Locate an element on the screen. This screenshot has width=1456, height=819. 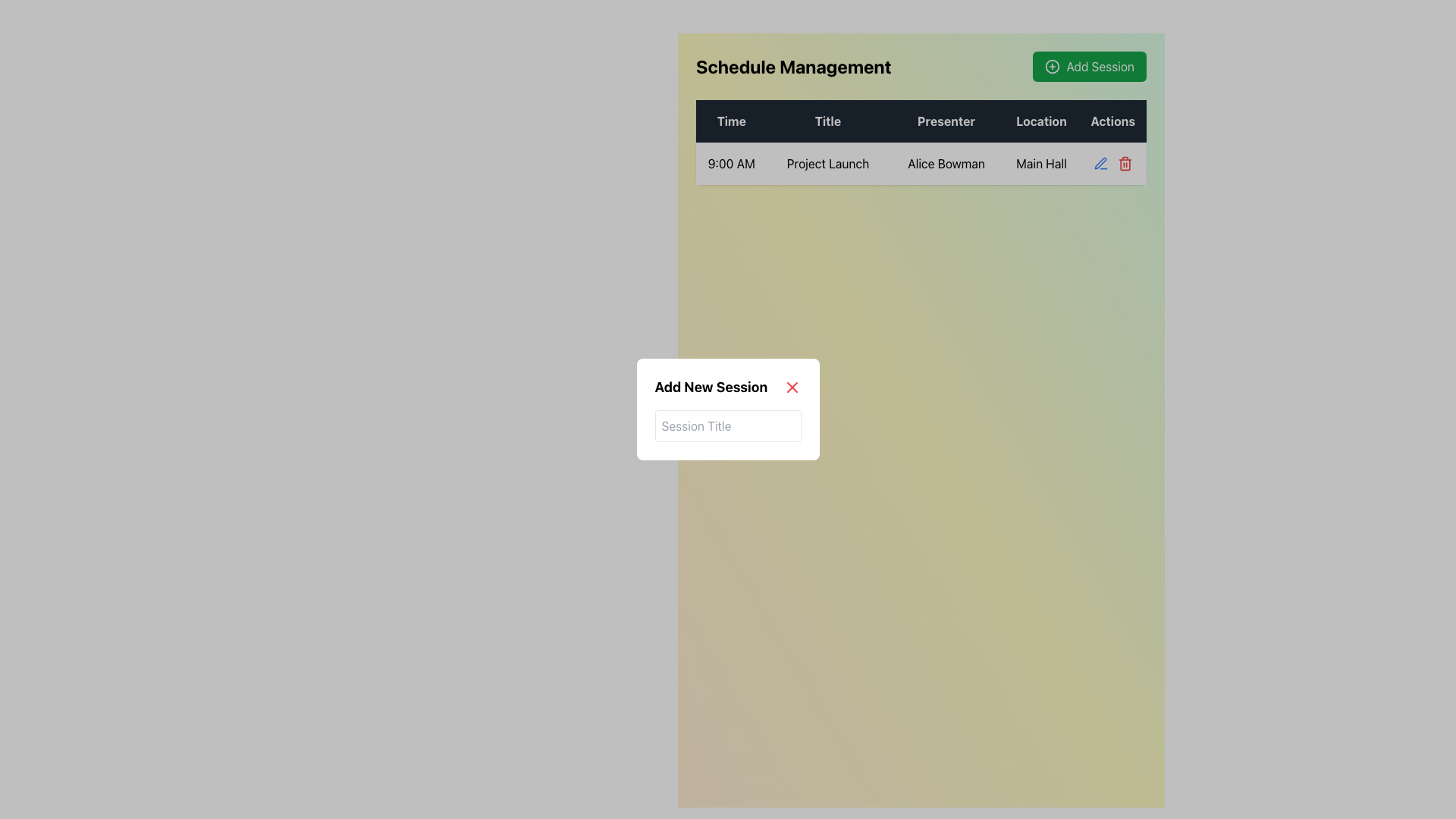
the text label displaying 'Location', which is the fourth item in a row of headers, positioned between 'Presenter' and 'Actions' is located at coordinates (1040, 120).